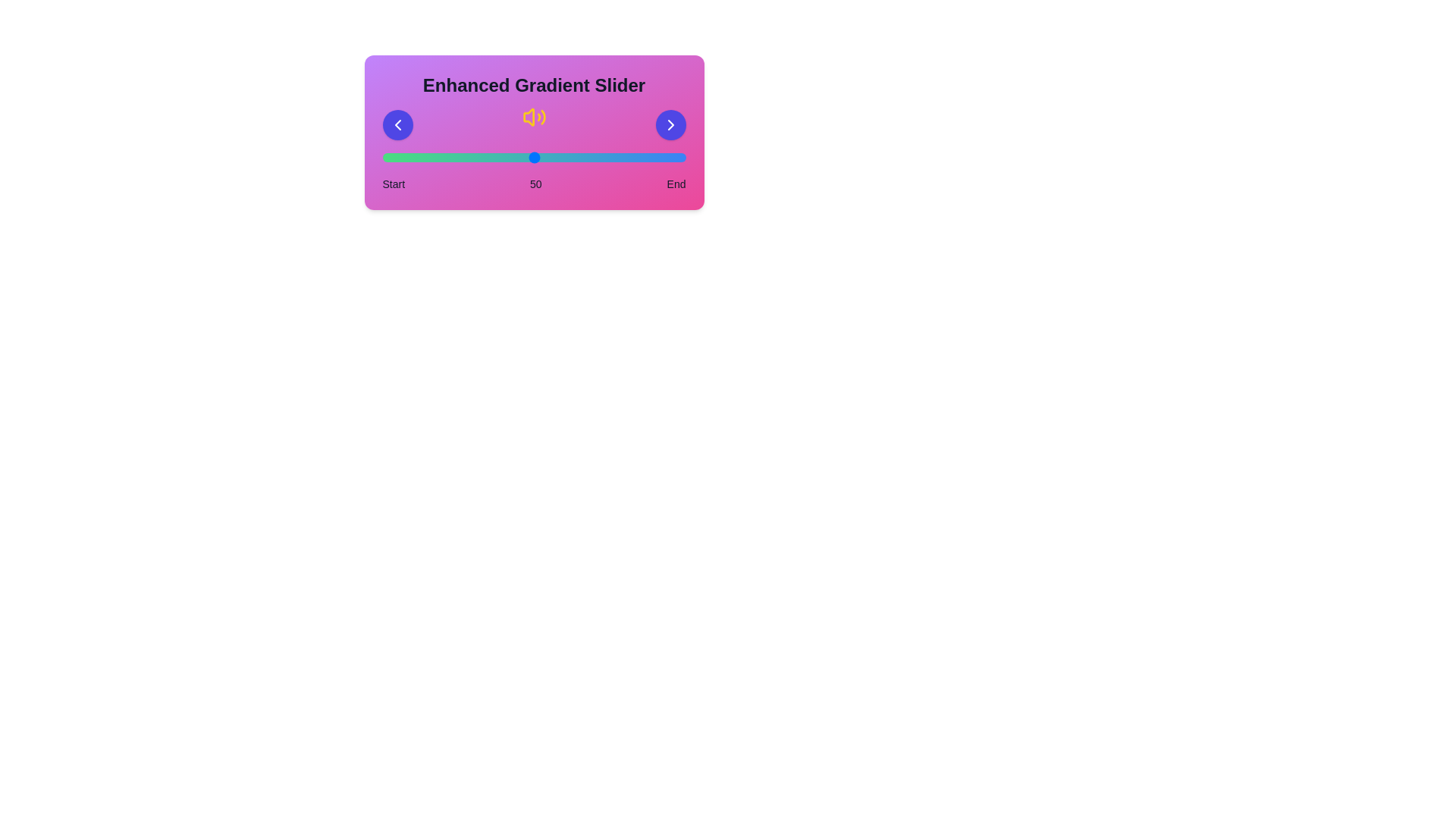  Describe the element at coordinates (397, 124) in the screenshot. I see `left arrow button to decrease the slider value` at that location.